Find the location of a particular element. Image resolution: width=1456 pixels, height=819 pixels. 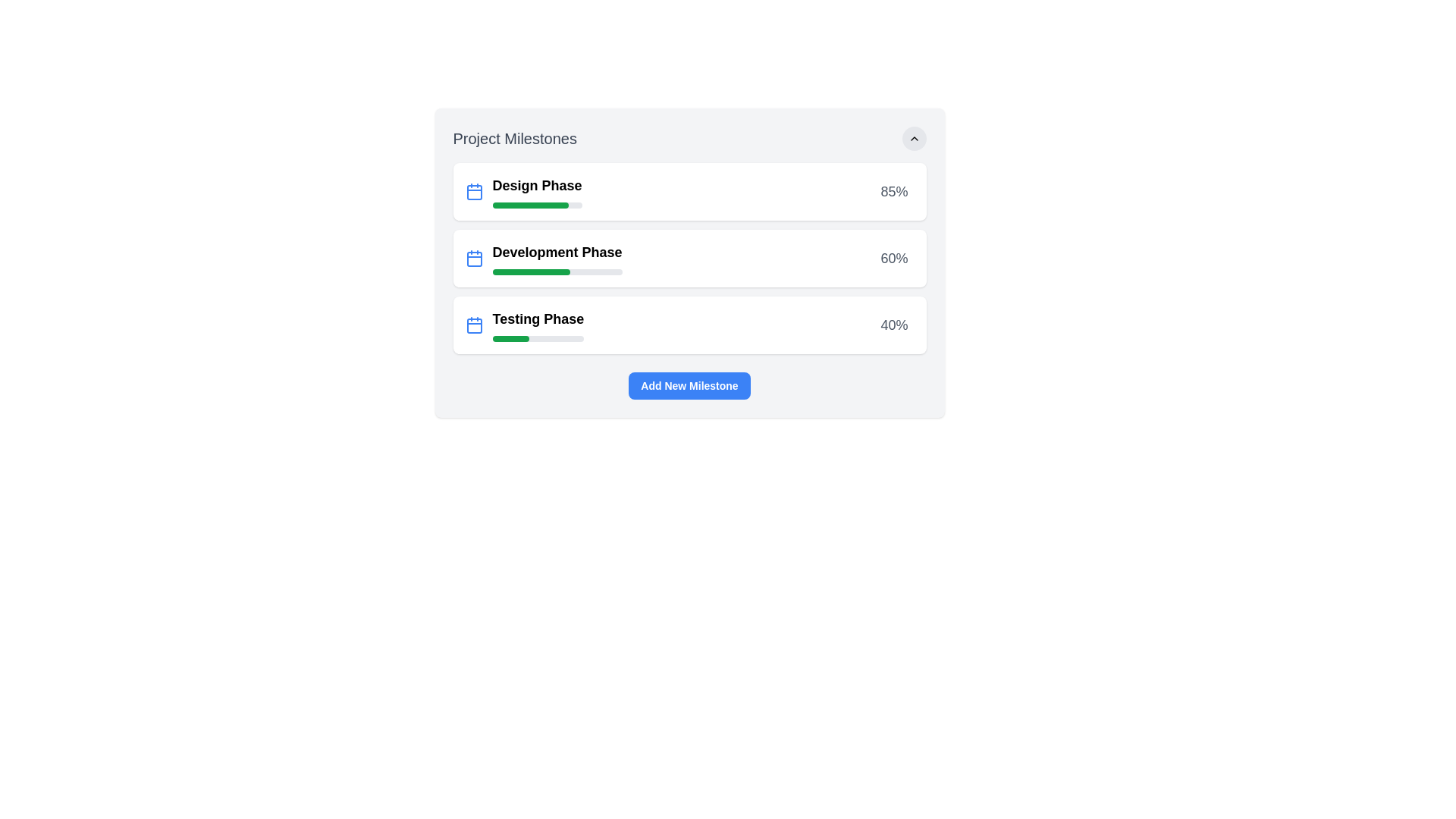

the Text label that displays the progress percentage for the 'Testing Phase', located at the upper-right corner of the progress bar card is located at coordinates (894, 324).